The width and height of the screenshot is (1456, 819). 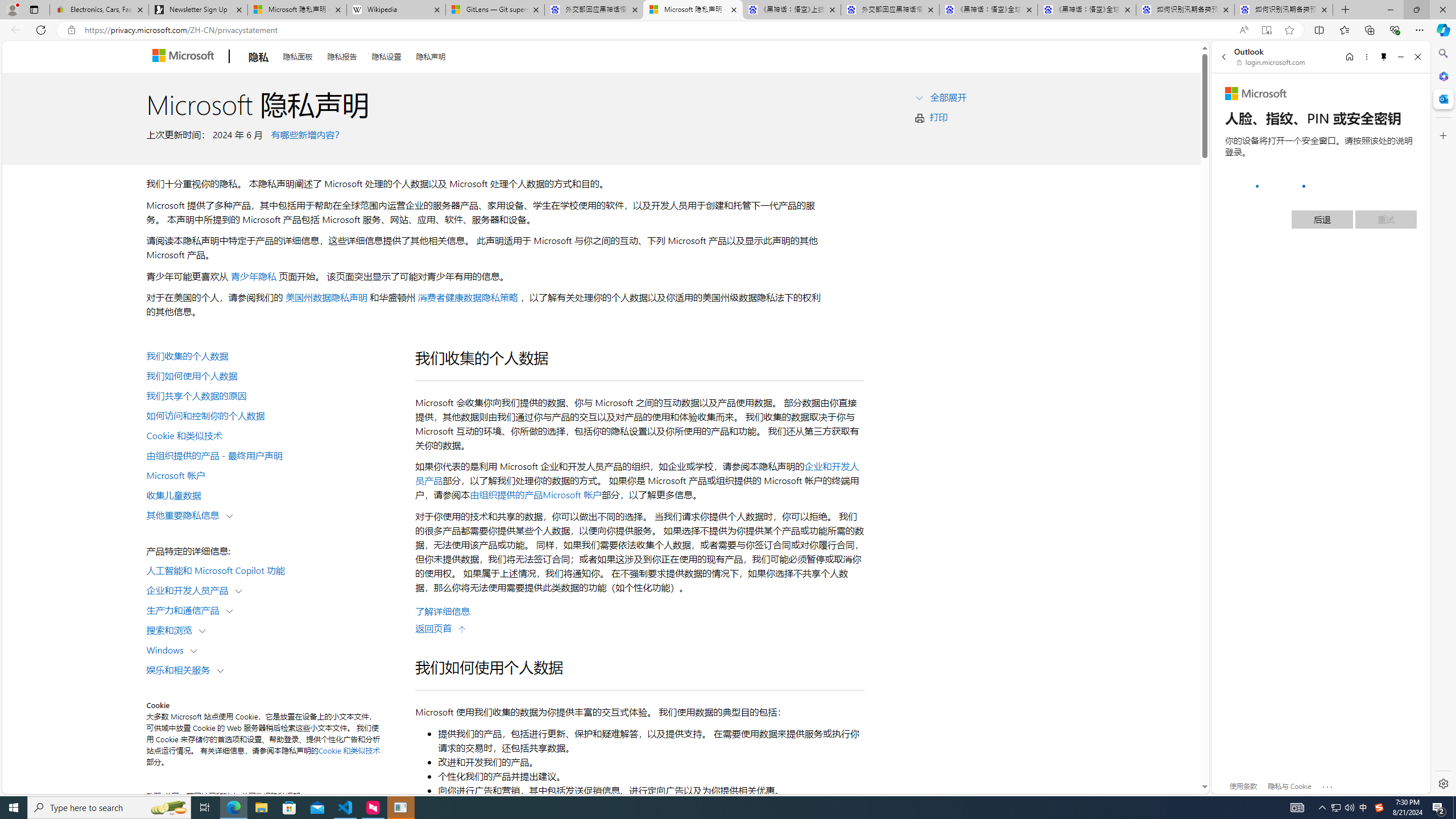 What do you see at coordinates (1266, 30) in the screenshot?
I see `'Enter Immersive Reader (F9)'` at bounding box center [1266, 30].